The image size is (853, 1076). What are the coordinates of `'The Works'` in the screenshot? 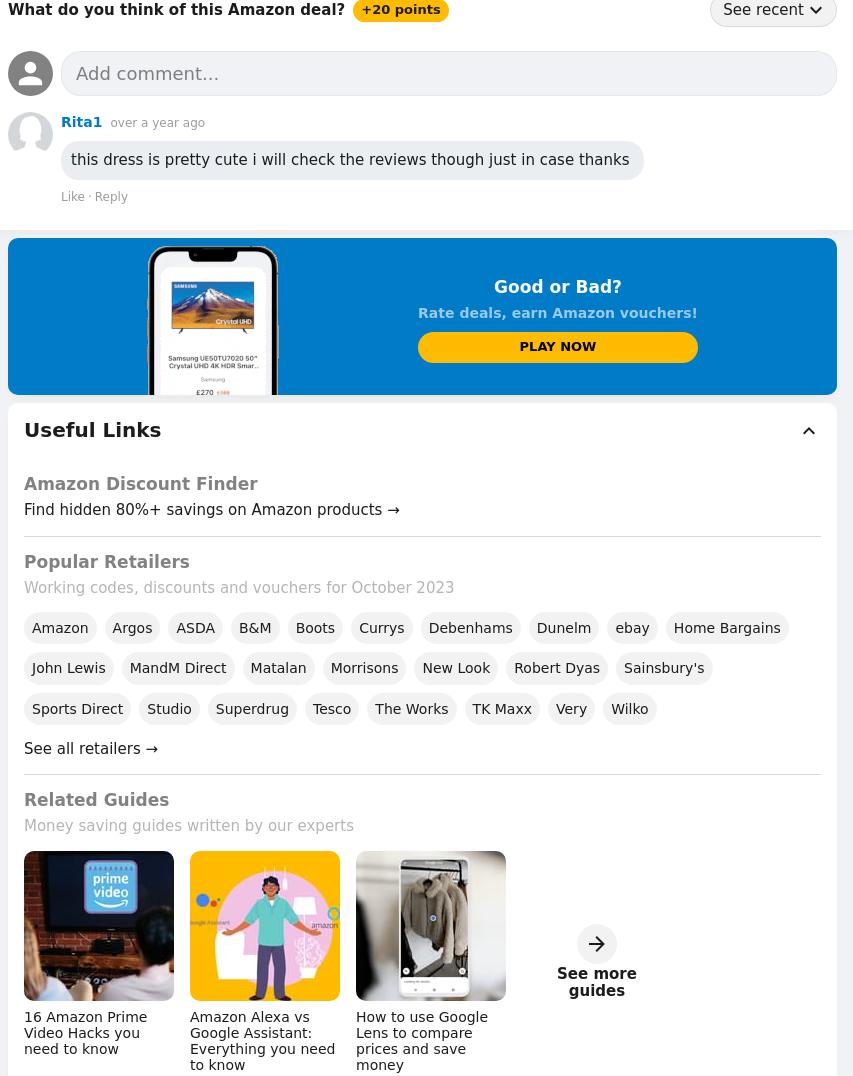 It's located at (410, 708).